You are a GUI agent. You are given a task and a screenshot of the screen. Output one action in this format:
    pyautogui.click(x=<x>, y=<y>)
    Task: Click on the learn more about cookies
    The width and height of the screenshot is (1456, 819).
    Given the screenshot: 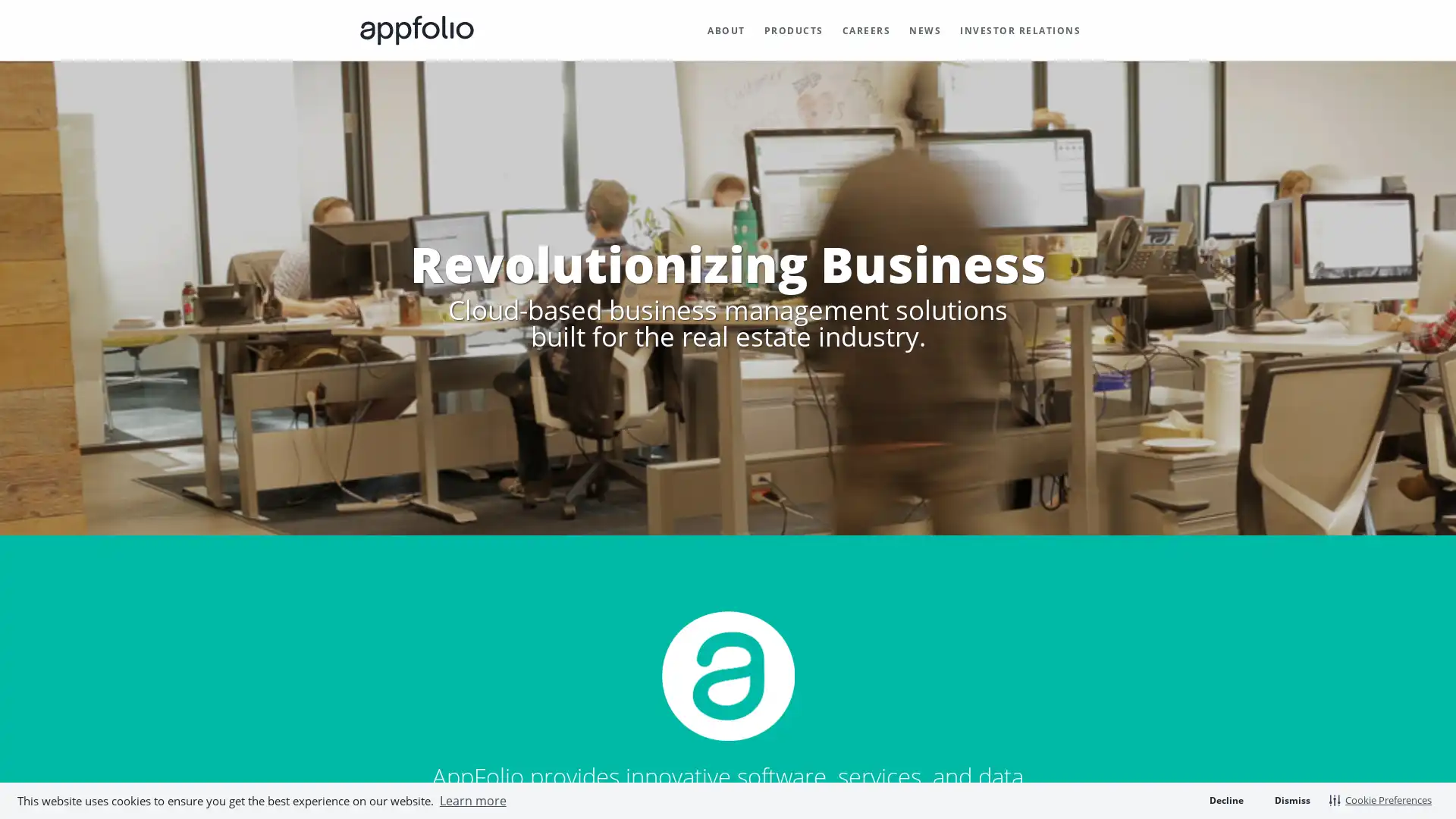 What is the action you would take?
    pyautogui.click(x=472, y=799)
    